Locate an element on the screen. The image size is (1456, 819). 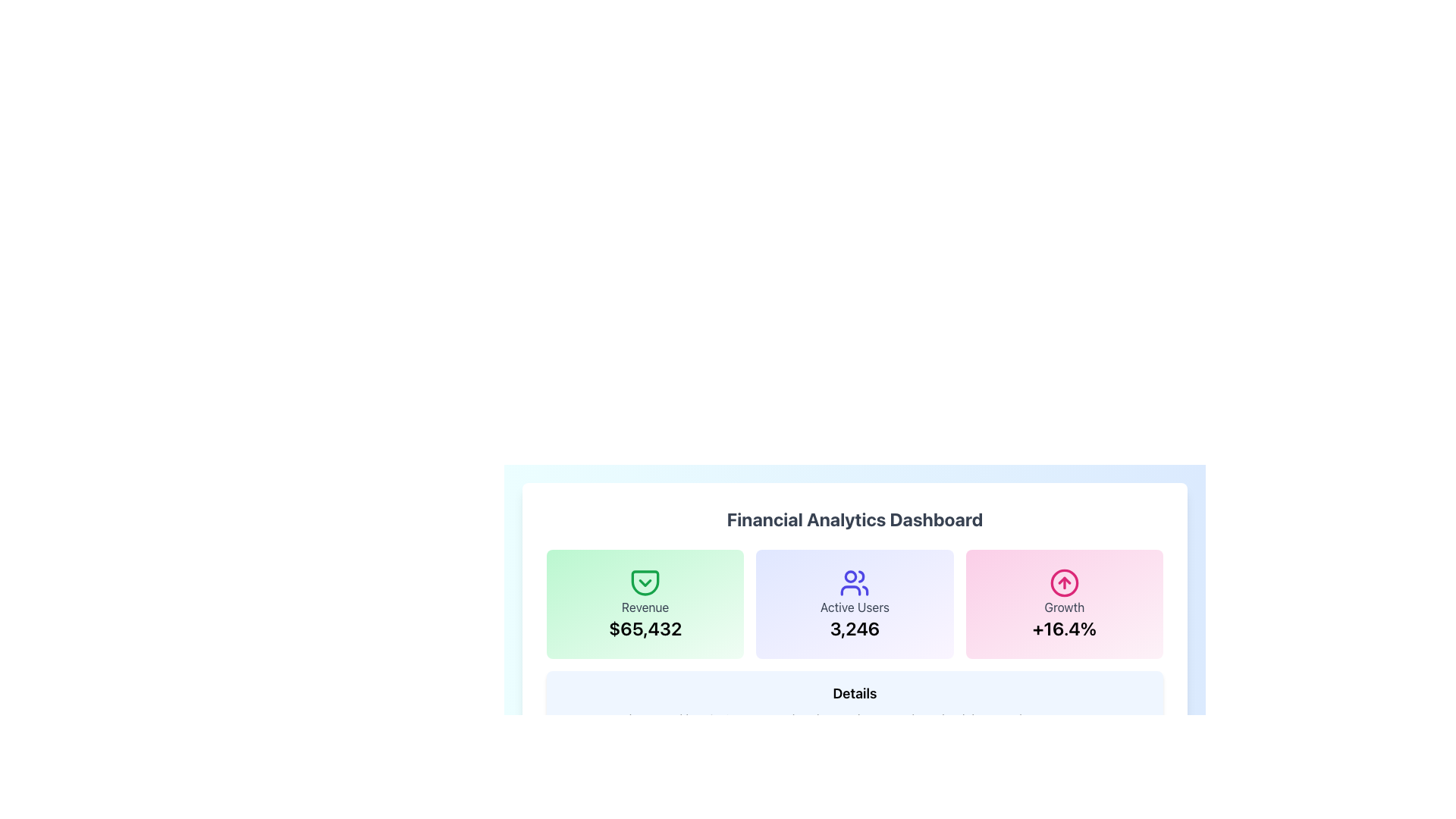
the Informational Card that displays the growth percentage value, positioned as the rightmost card in a row of three cards within the financial analytics dashboard is located at coordinates (1063, 604).